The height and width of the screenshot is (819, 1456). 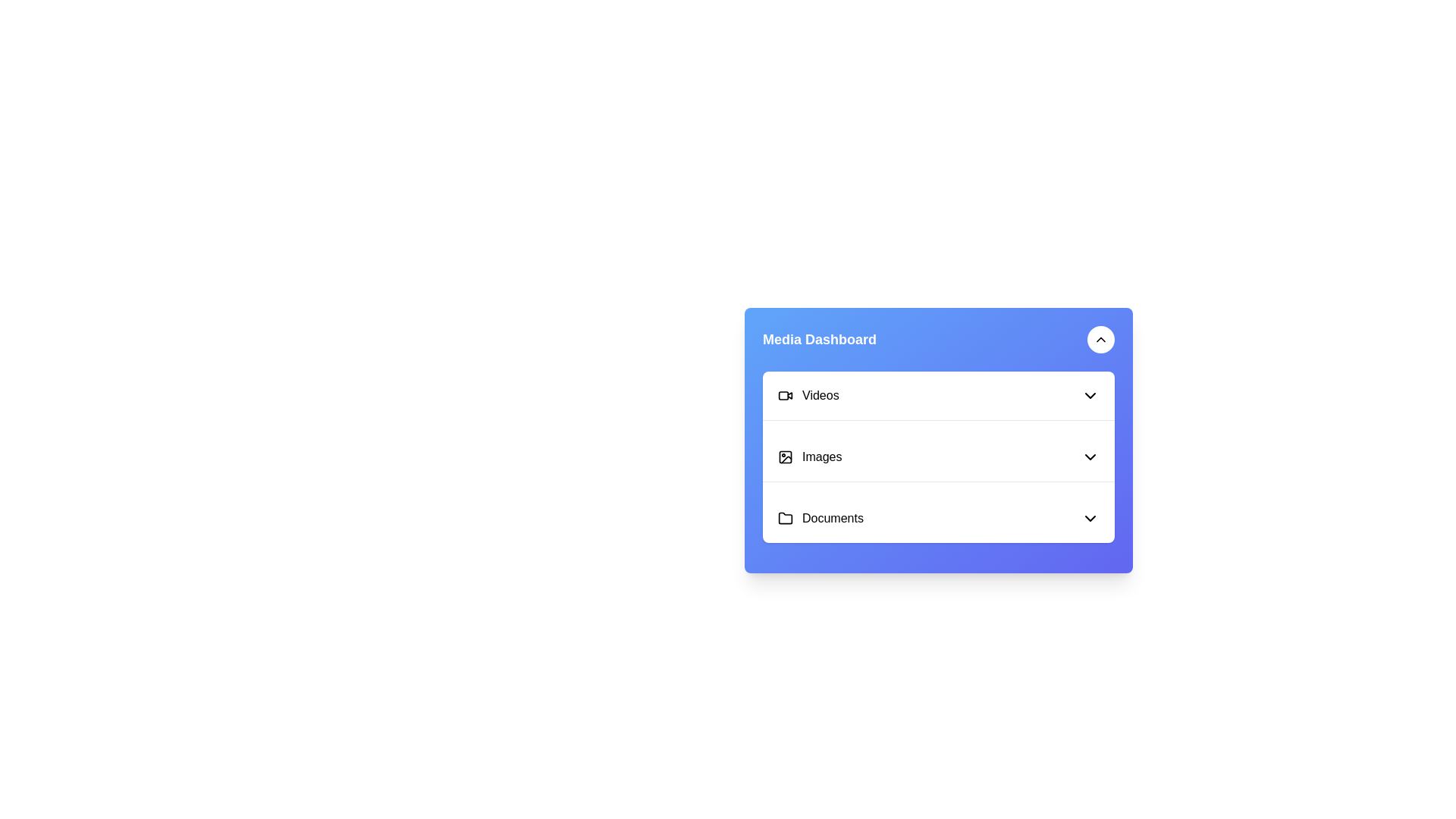 What do you see at coordinates (1090, 517) in the screenshot?
I see `the downward-facing chevron icon located to the far-right side of the 'Documents' section` at bounding box center [1090, 517].